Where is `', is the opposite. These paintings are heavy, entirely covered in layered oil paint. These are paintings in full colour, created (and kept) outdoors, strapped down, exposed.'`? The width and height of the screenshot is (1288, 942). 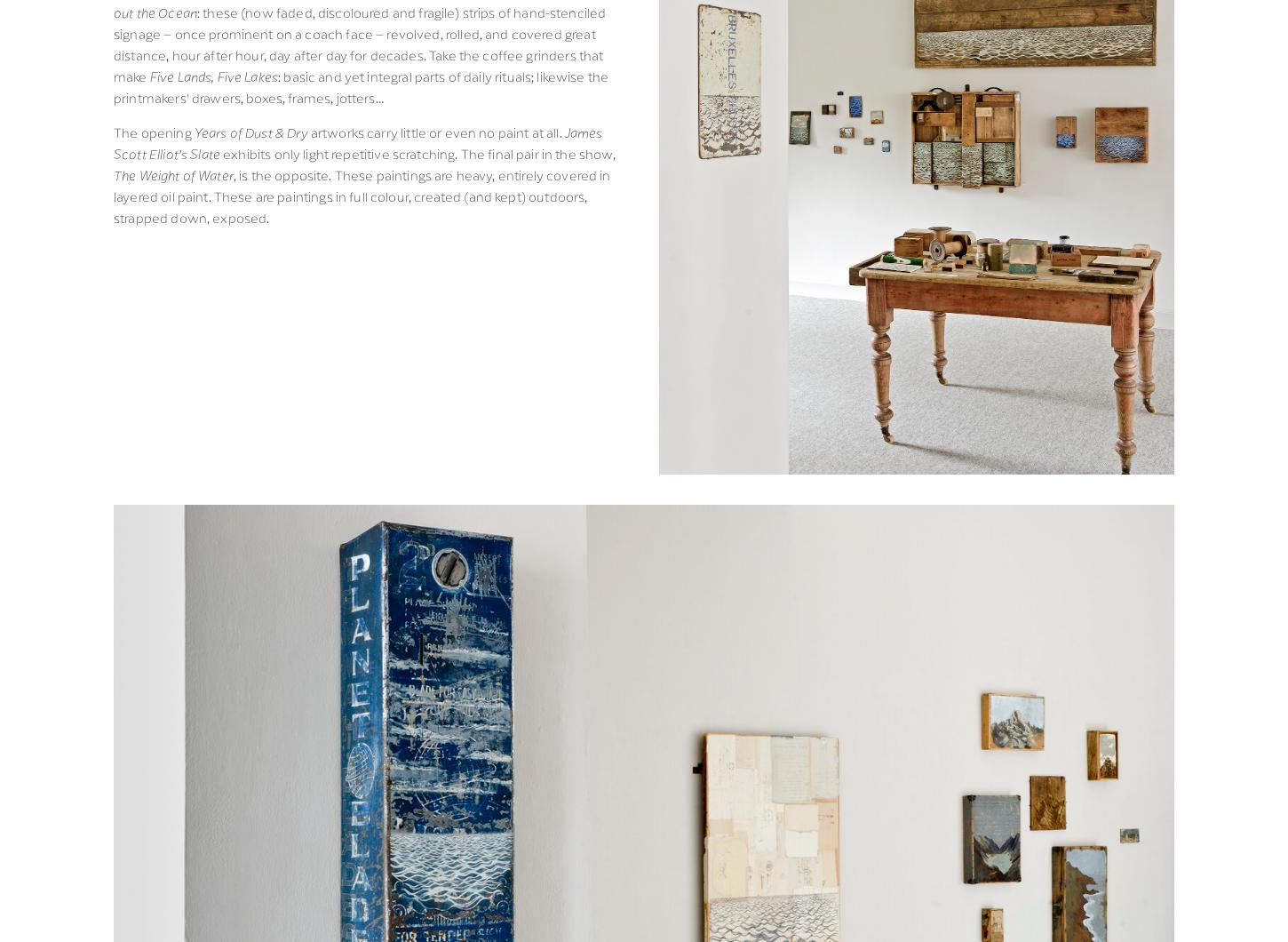 ', is the opposite. These paintings are heavy, entirely covered in layered oil paint. These are paintings in full colour, created (and kept) outdoors, strapped down, exposed.' is located at coordinates (362, 194).